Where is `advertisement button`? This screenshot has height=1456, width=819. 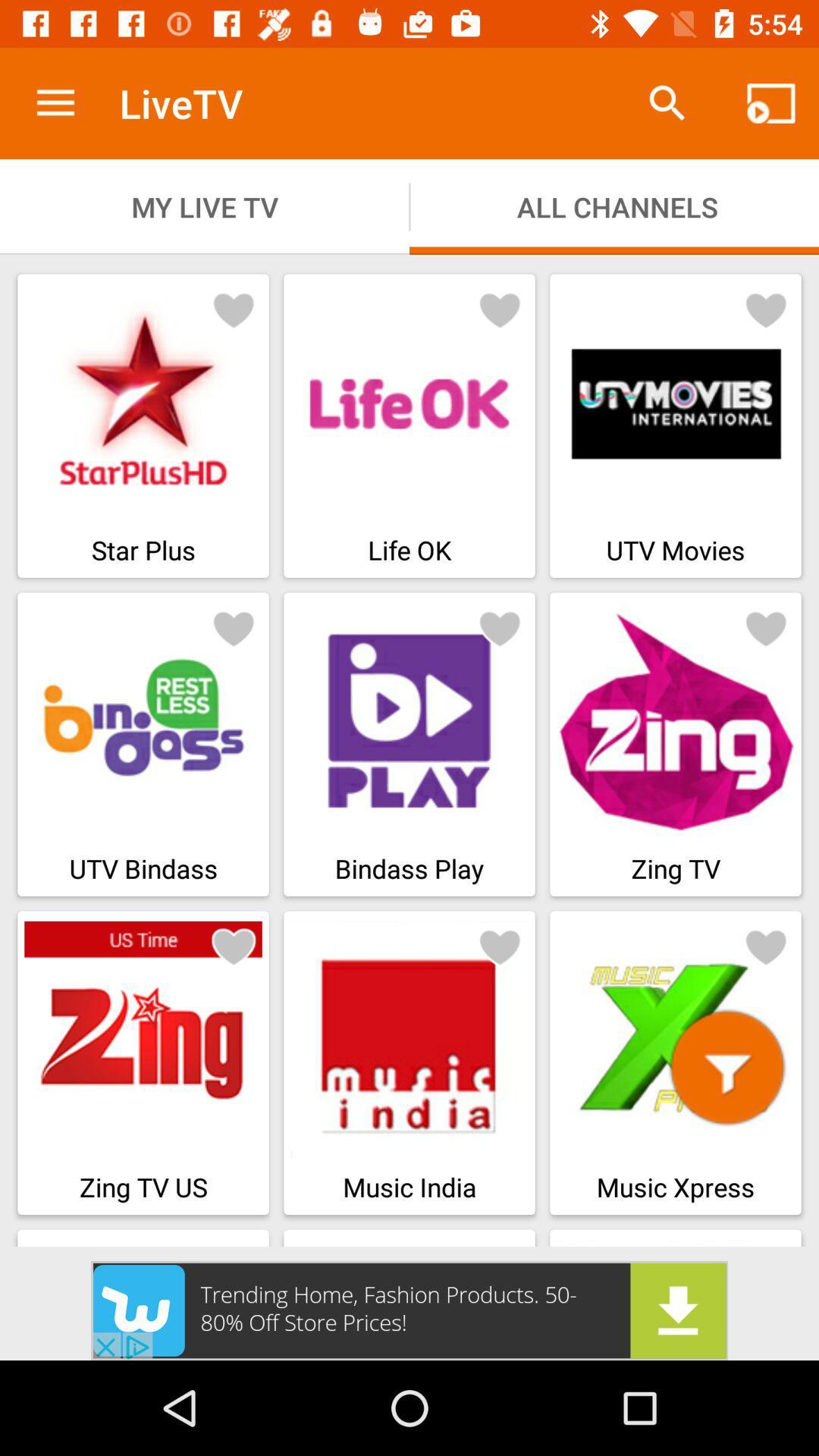 advertisement button is located at coordinates (409, 1310).